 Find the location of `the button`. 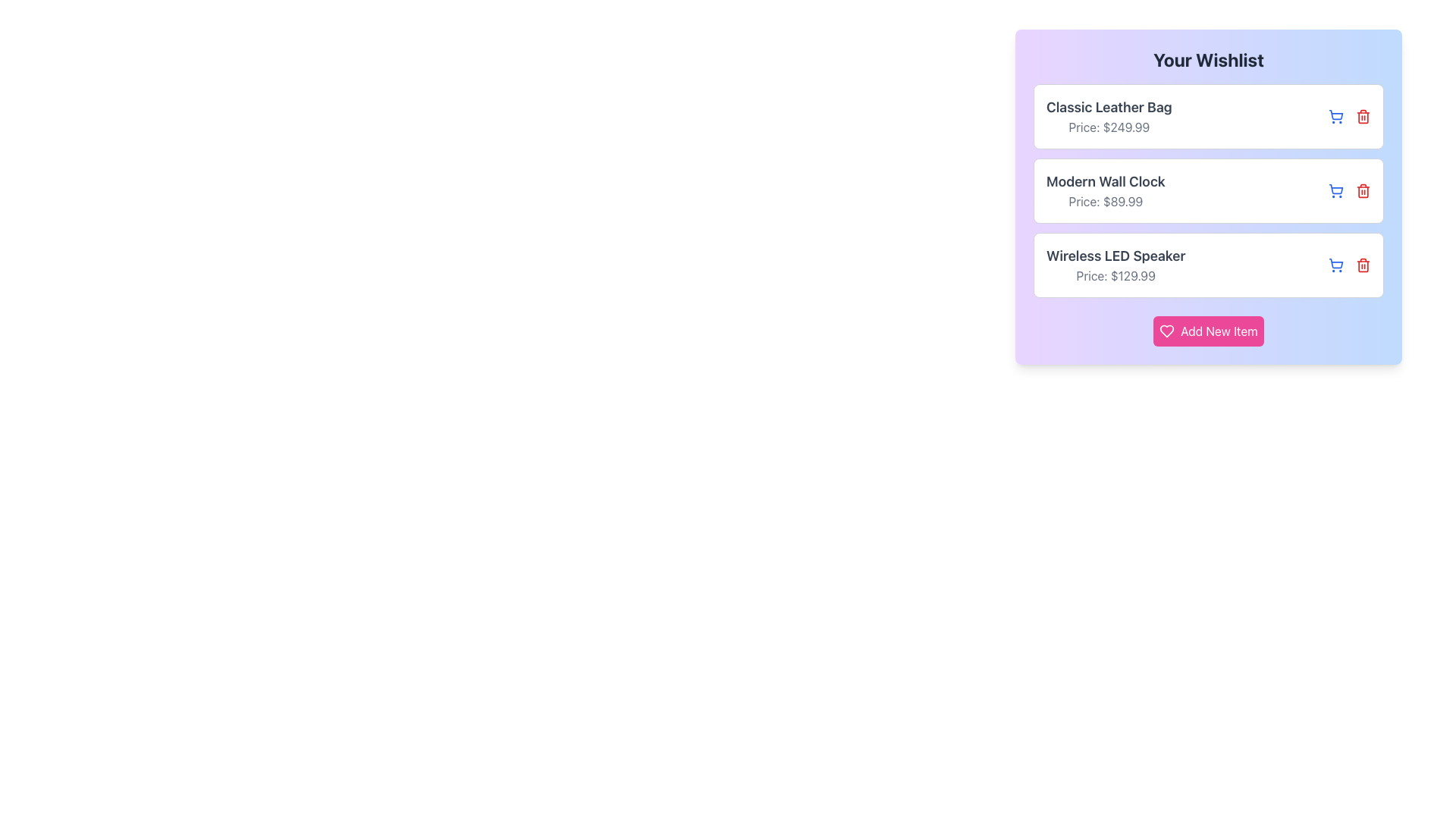

the button is located at coordinates (1335, 116).